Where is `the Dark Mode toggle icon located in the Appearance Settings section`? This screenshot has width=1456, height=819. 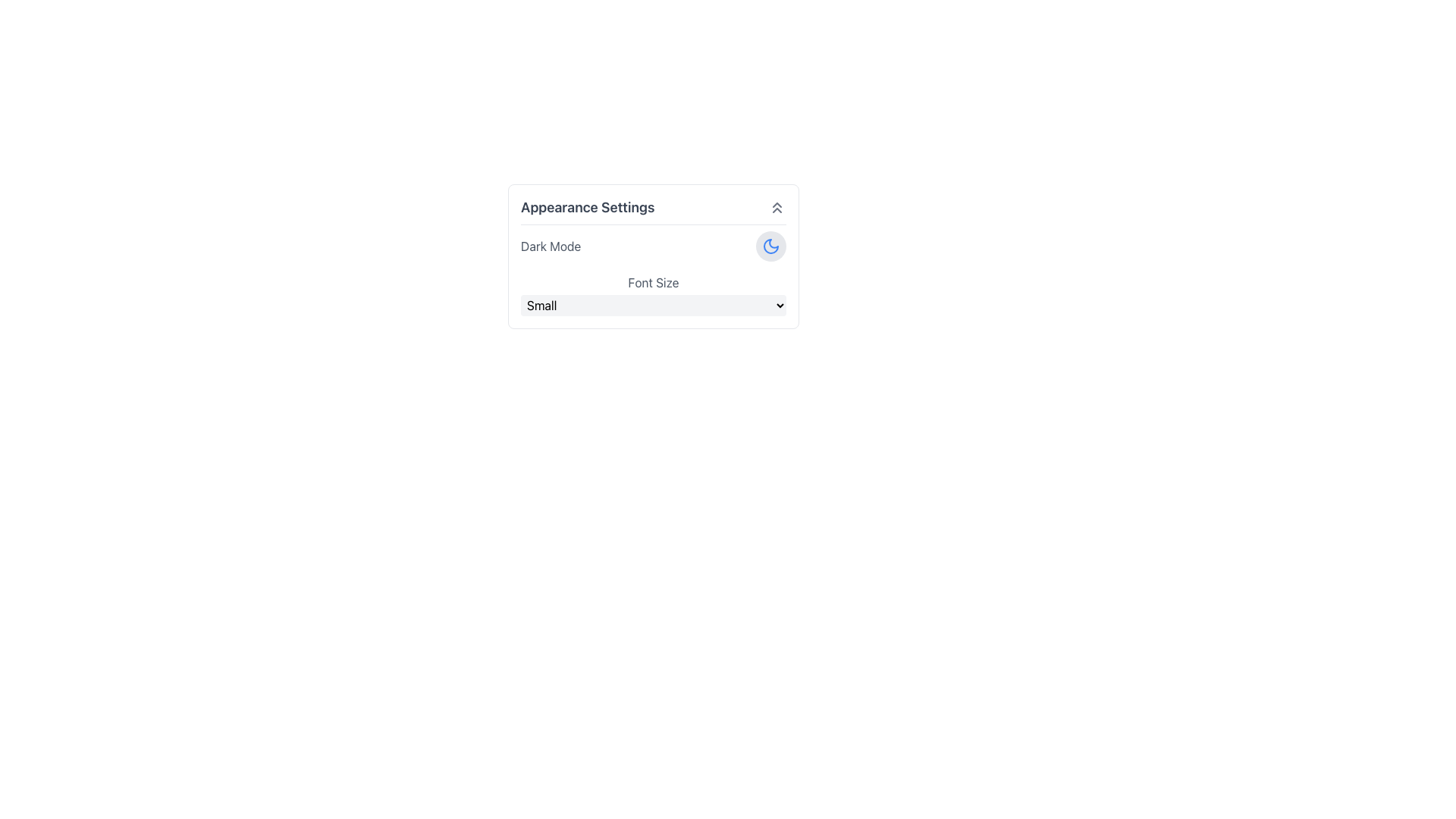 the Dark Mode toggle icon located in the Appearance Settings section is located at coordinates (771, 245).